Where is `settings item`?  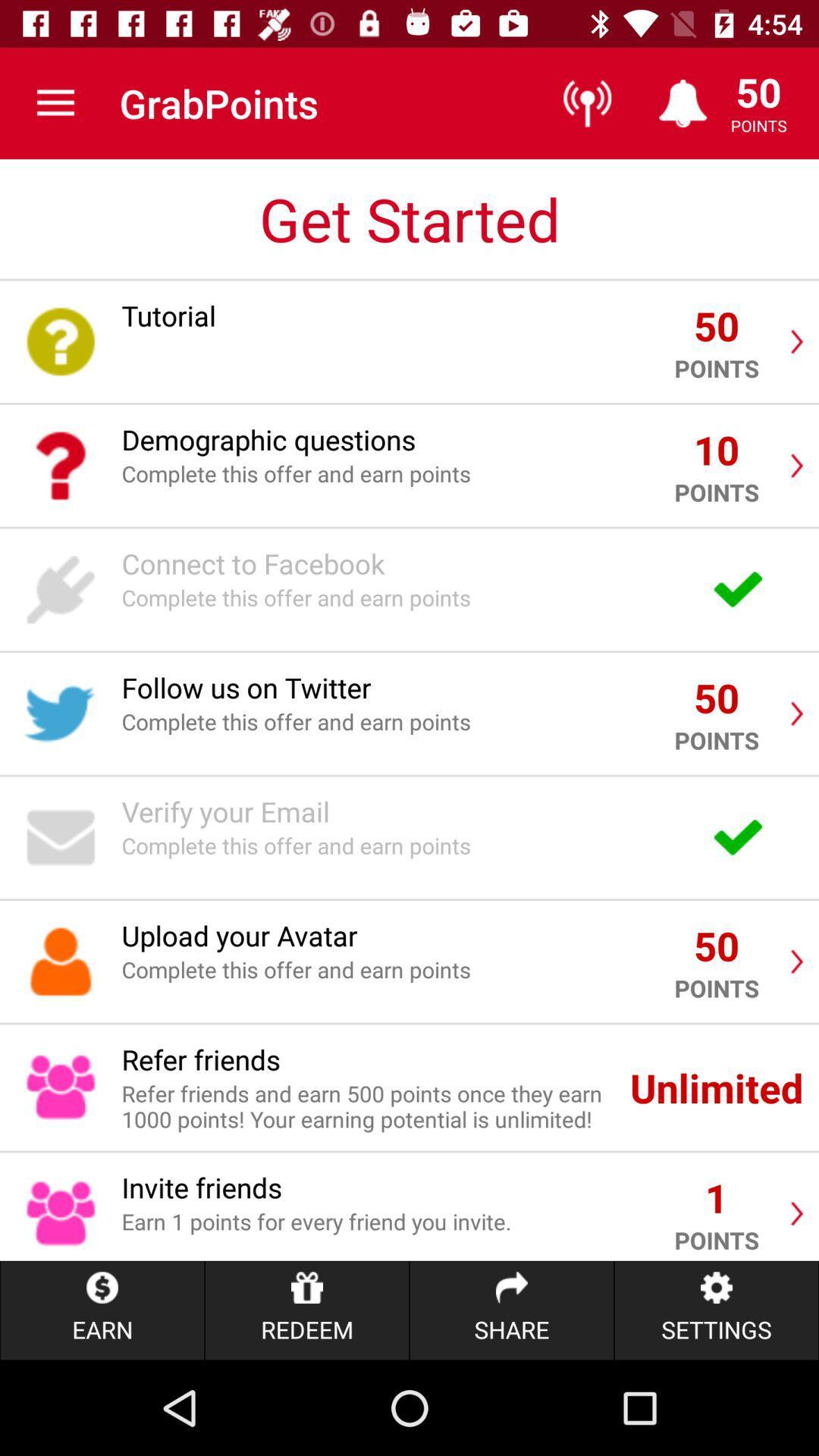
settings item is located at coordinates (717, 1310).